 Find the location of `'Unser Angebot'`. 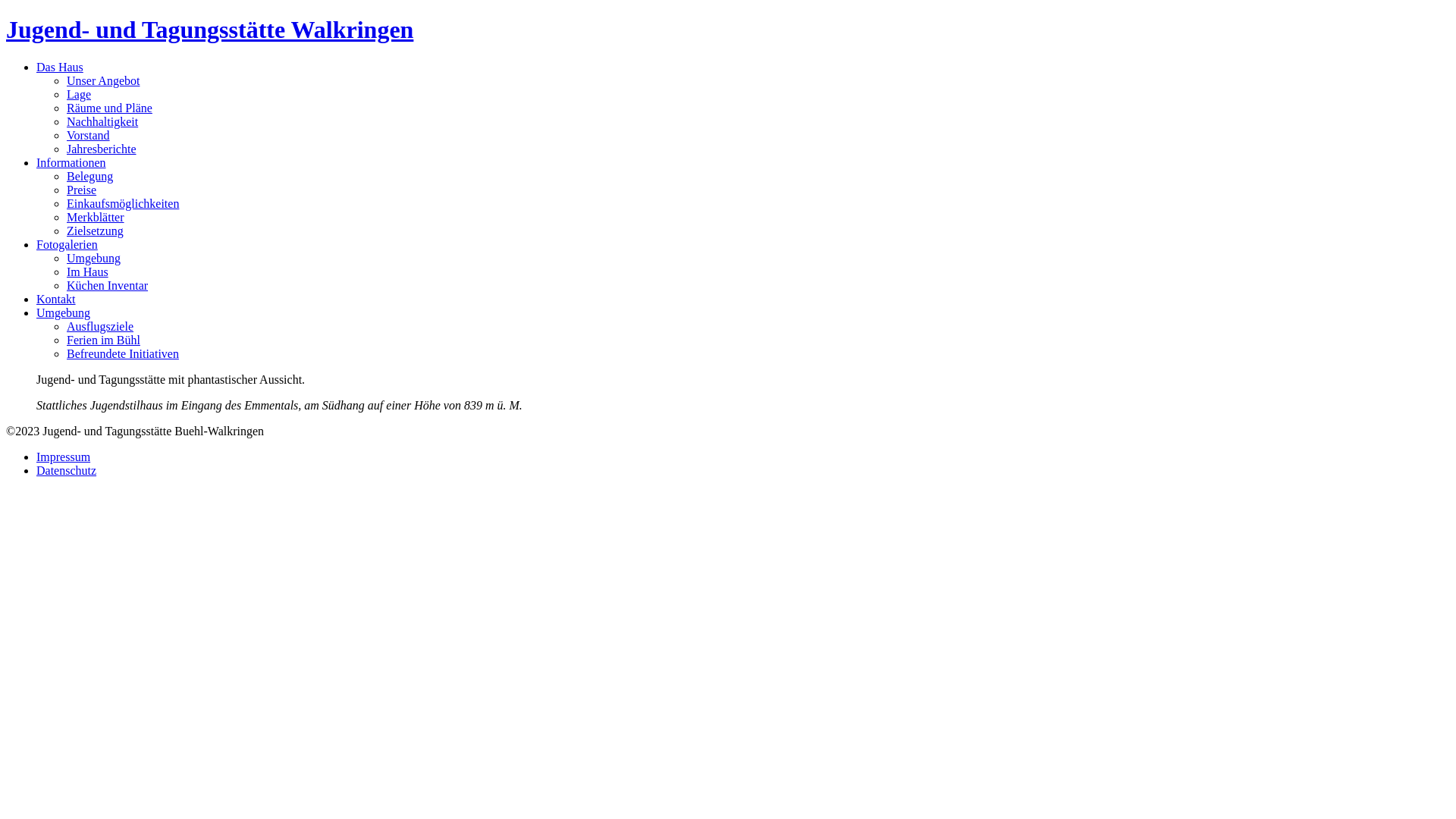

'Unser Angebot' is located at coordinates (102, 80).